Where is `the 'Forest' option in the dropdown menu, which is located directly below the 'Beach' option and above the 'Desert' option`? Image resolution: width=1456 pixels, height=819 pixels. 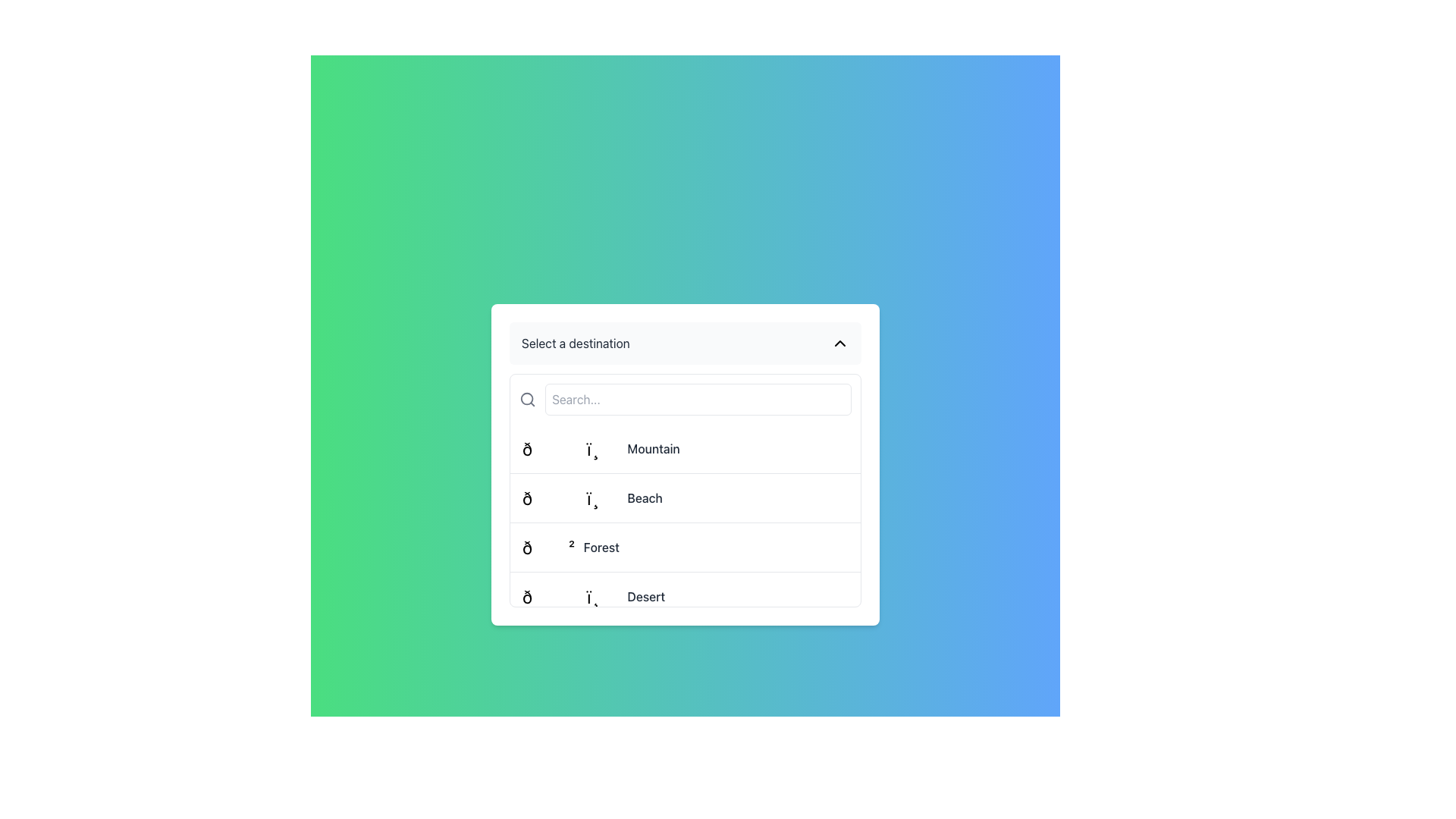
the 'Forest' option in the dropdown menu, which is located directly below the 'Beach' option and above the 'Desert' option is located at coordinates (684, 547).